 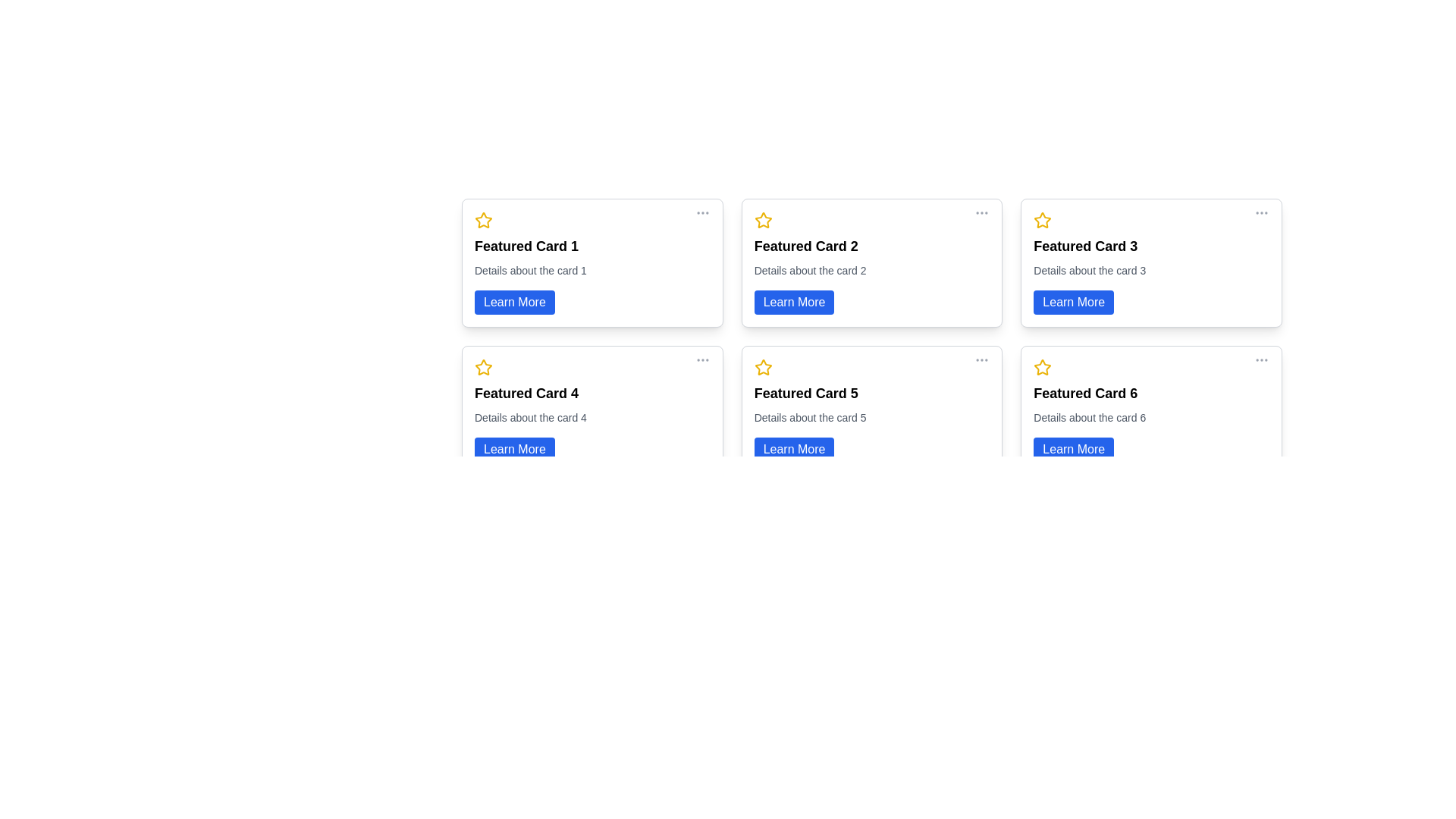 I want to click on the Icon Button (Ellipsis) located at the top-right corner of 'Featured Card 2', so click(x=982, y=213).